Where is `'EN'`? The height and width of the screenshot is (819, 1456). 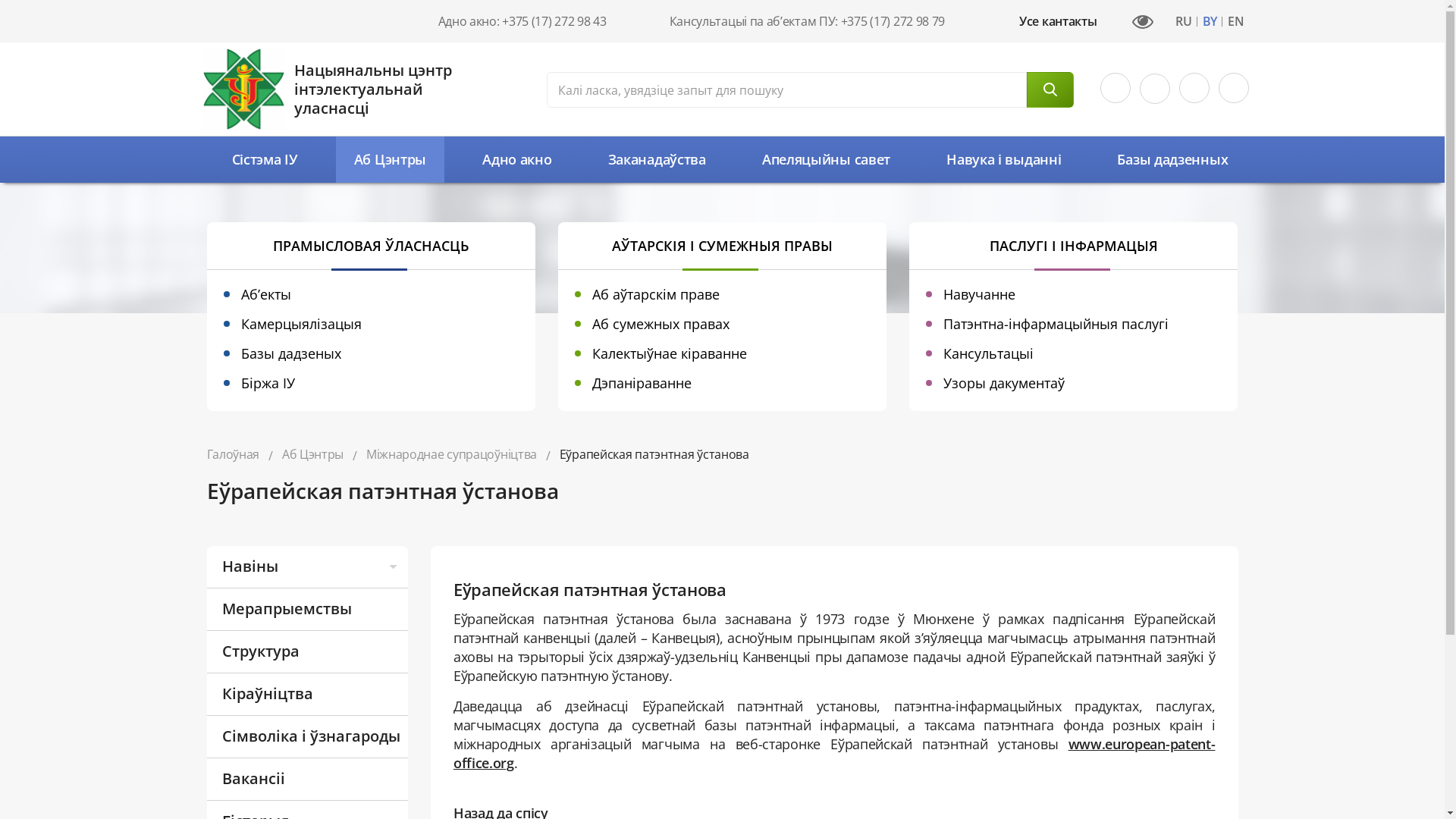
'EN' is located at coordinates (1222, 22).